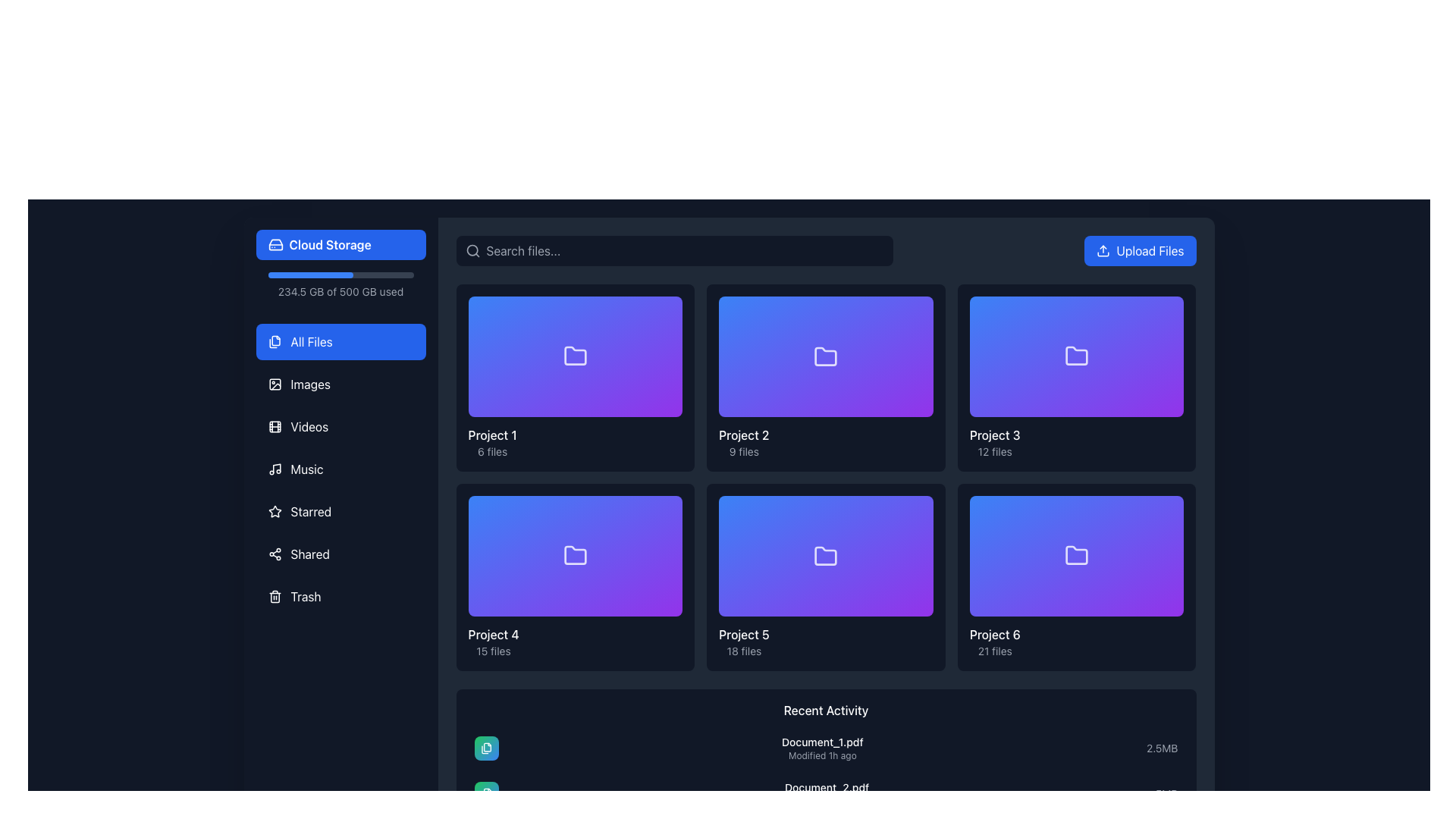  Describe the element at coordinates (1076, 577) in the screenshot. I see `the 'Project 6' Folder card located at the bottom right corner of the grid layout` at that location.